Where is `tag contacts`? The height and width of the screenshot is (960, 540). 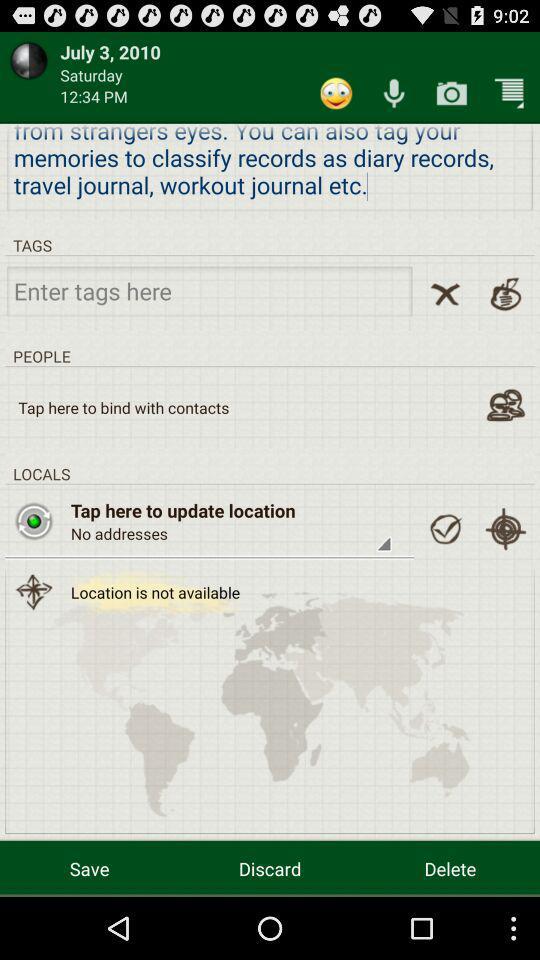 tag contacts is located at coordinates (504, 404).